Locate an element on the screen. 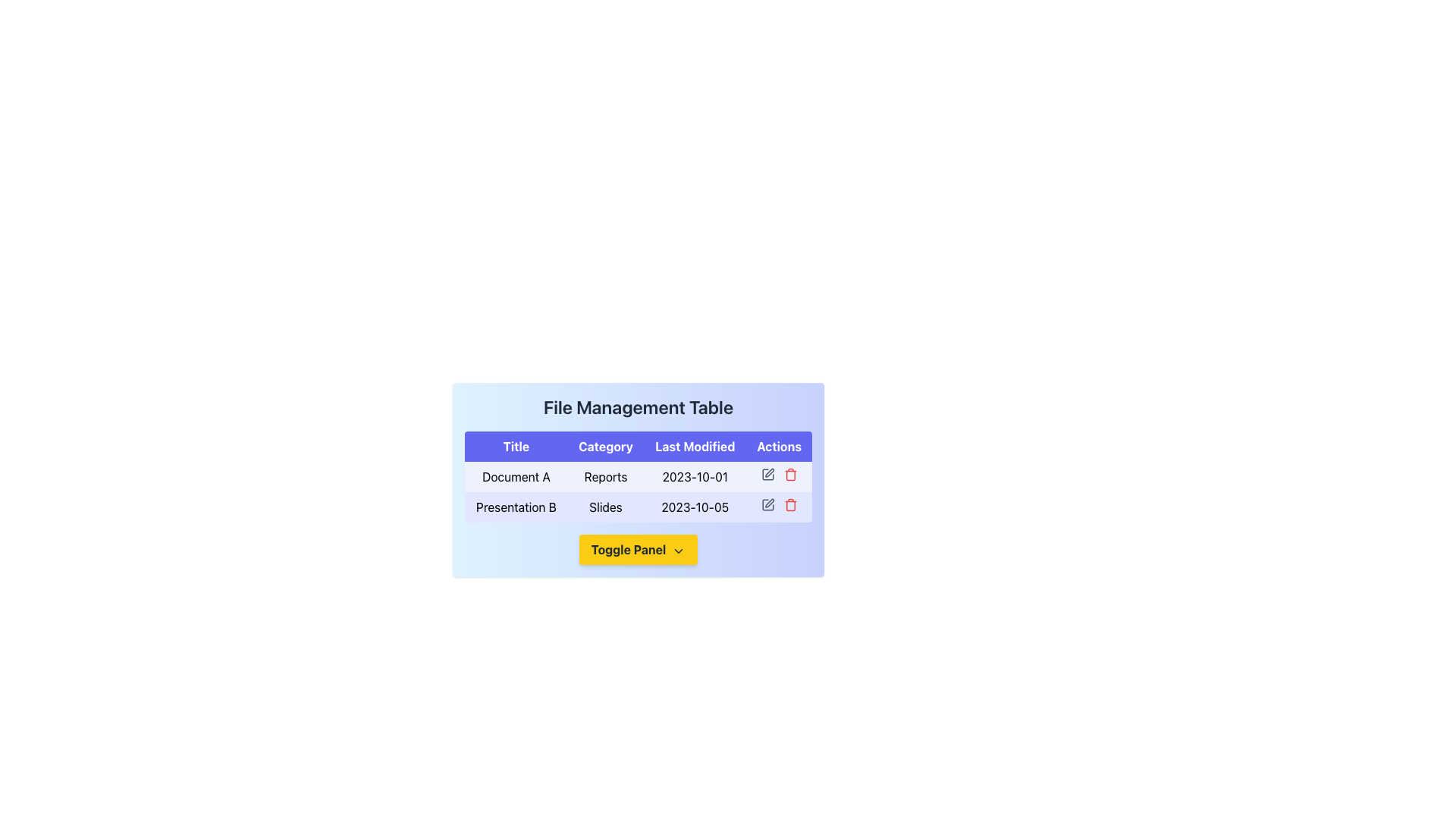 This screenshot has width=1456, height=819. the button with an icon in the 'Actions' column of the second row entry ('Presentation B') to change its color is located at coordinates (767, 473).